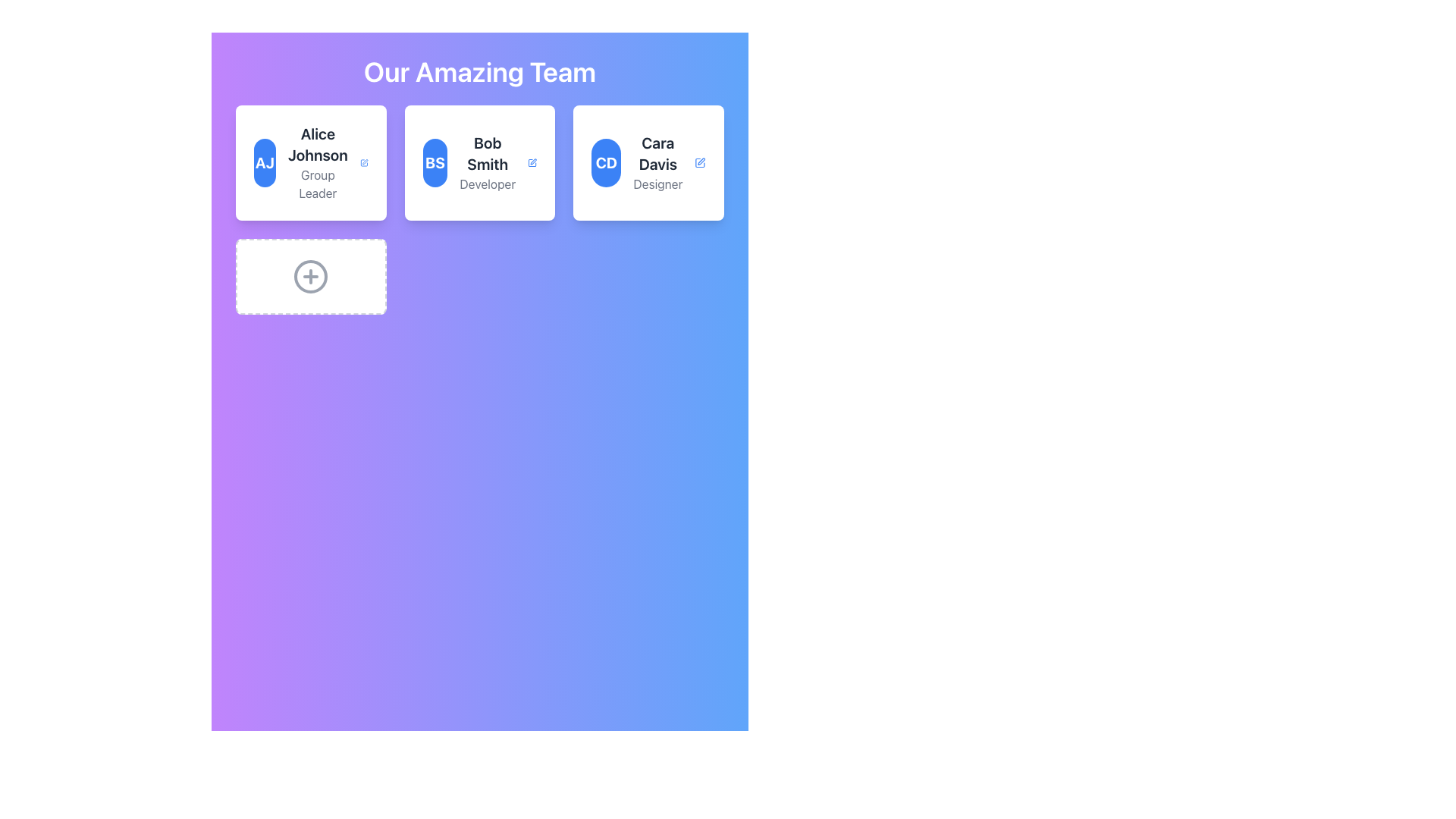 The width and height of the screenshot is (1456, 819). Describe the element at coordinates (317, 163) in the screenshot. I see `information displayed in the textual label component that shows 'Alice Johnson' and 'Group Leader' within the leftmost card under 'Our Amazing Team'` at that location.